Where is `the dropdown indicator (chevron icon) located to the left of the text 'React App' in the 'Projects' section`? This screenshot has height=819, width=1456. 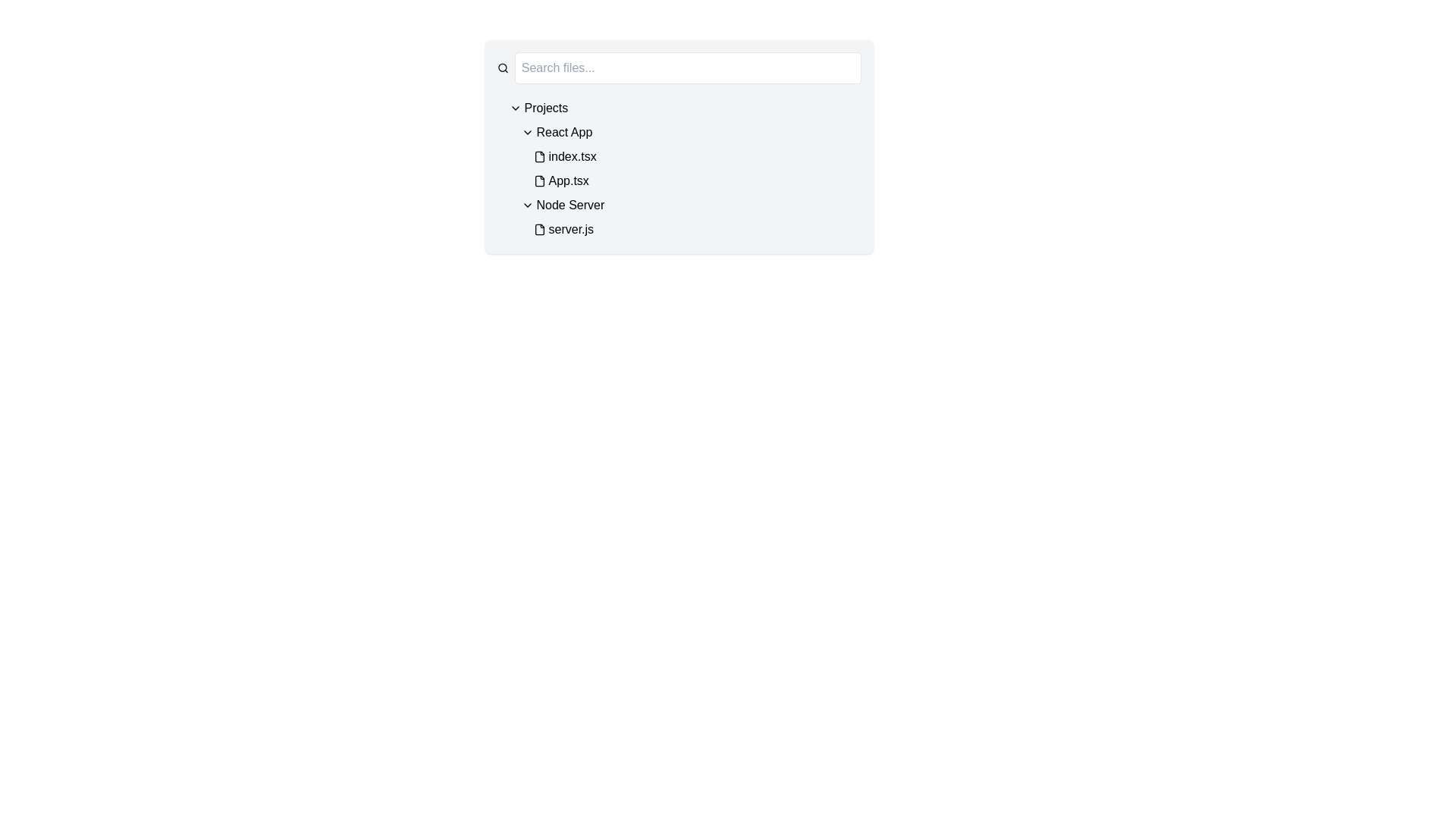 the dropdown indicator (chevron icon) located to the left of the text 'React App' in the 'Projects' section is located at coordinates (527, 131).